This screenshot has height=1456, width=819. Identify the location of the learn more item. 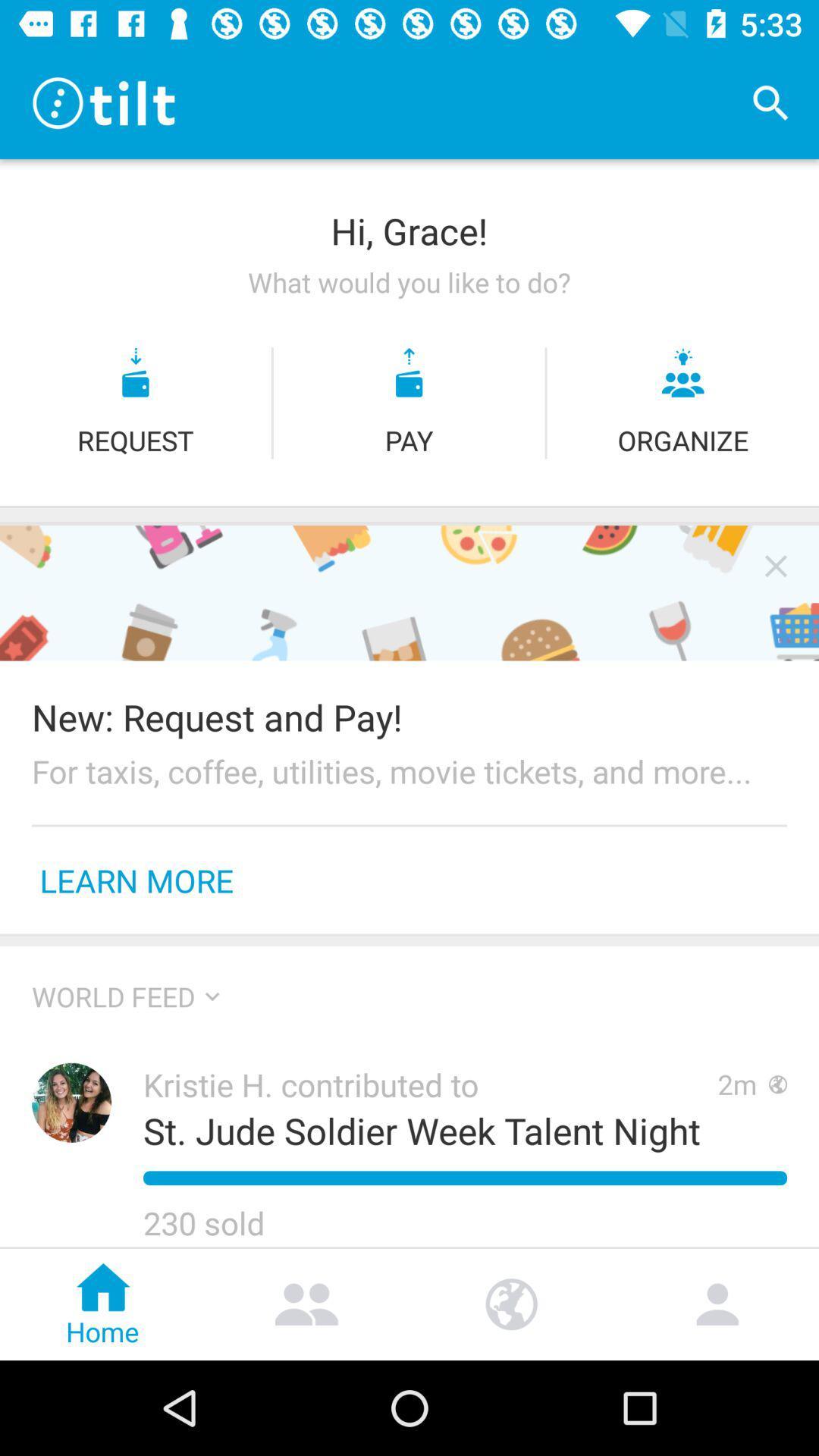
(136, 880).